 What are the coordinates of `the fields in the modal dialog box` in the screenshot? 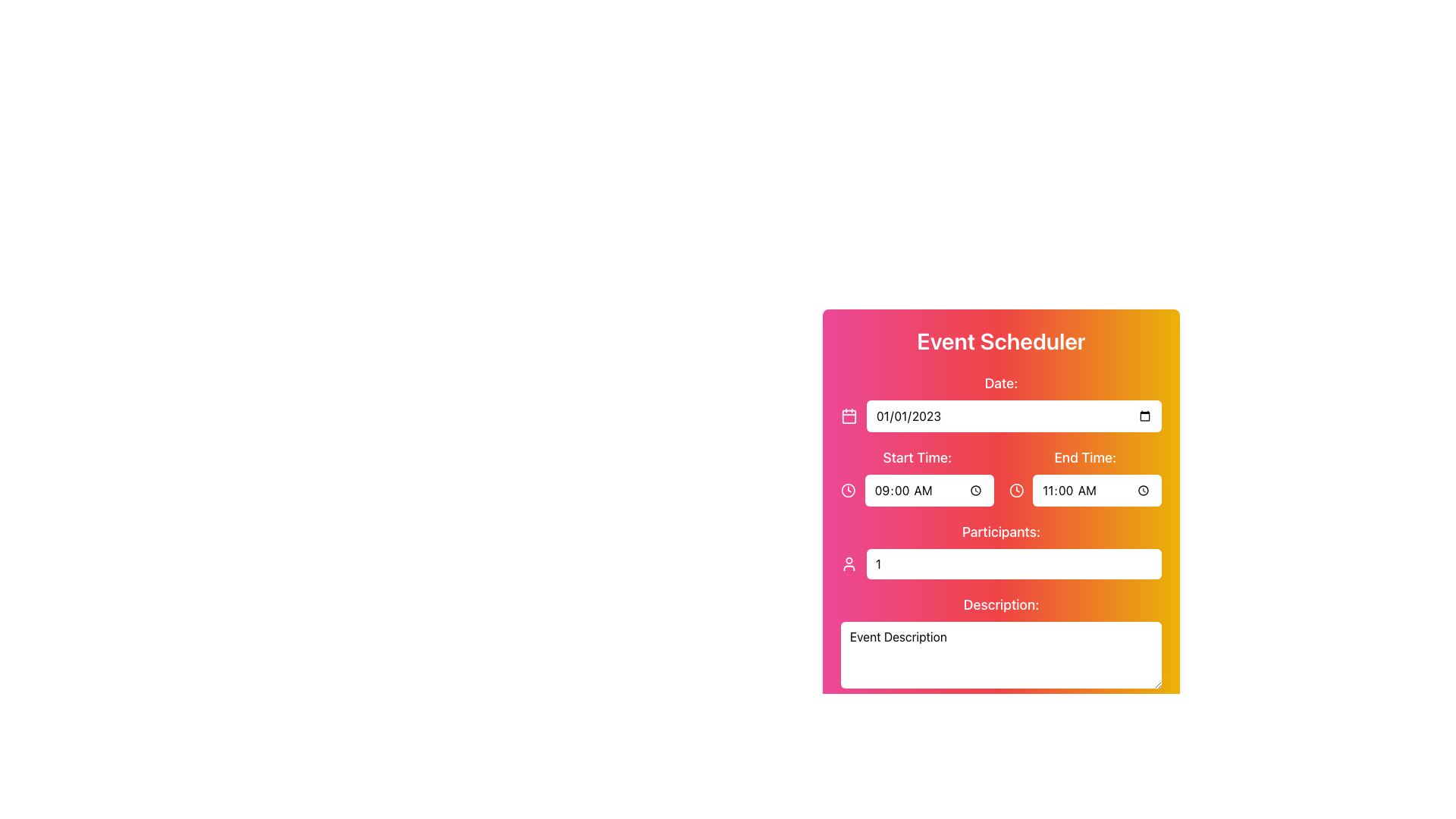 It's located at (1001, 492).